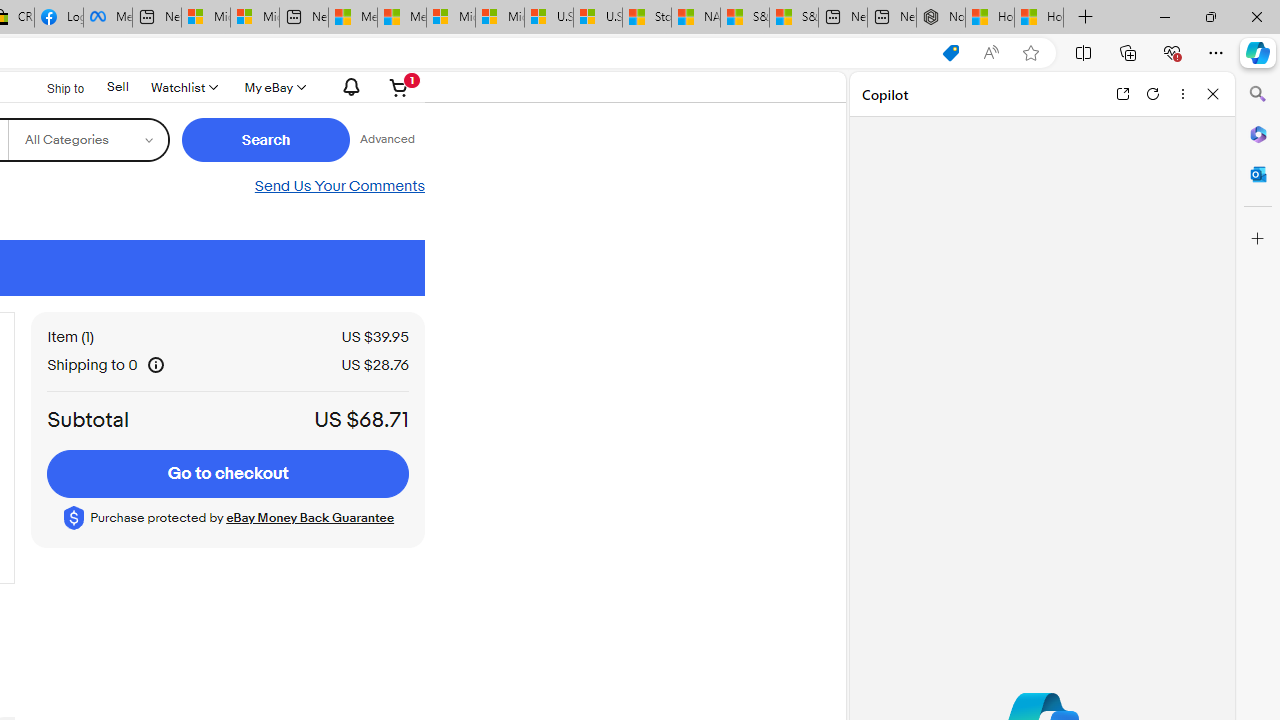  What do you see at coordinates (349, 86) in the screenshot?
I see `'AutomationID: gh-eb-Alerts'` at bounding box center [349, 86].